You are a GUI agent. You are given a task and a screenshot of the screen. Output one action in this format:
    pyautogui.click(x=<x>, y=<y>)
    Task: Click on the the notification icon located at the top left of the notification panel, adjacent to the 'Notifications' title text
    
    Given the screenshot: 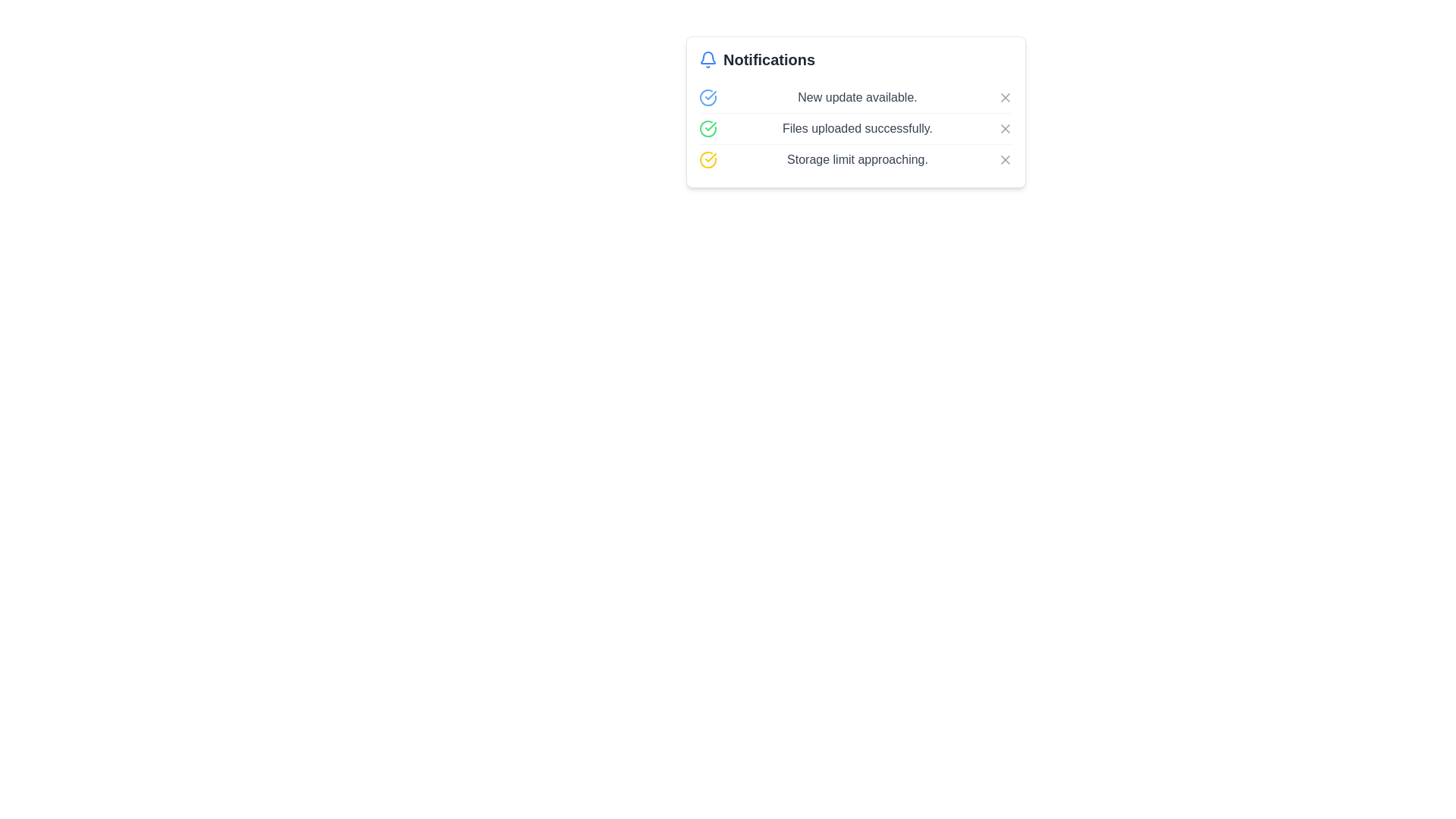 What is the action you would take?
    pyautogui.click(x=708, y=58)
    